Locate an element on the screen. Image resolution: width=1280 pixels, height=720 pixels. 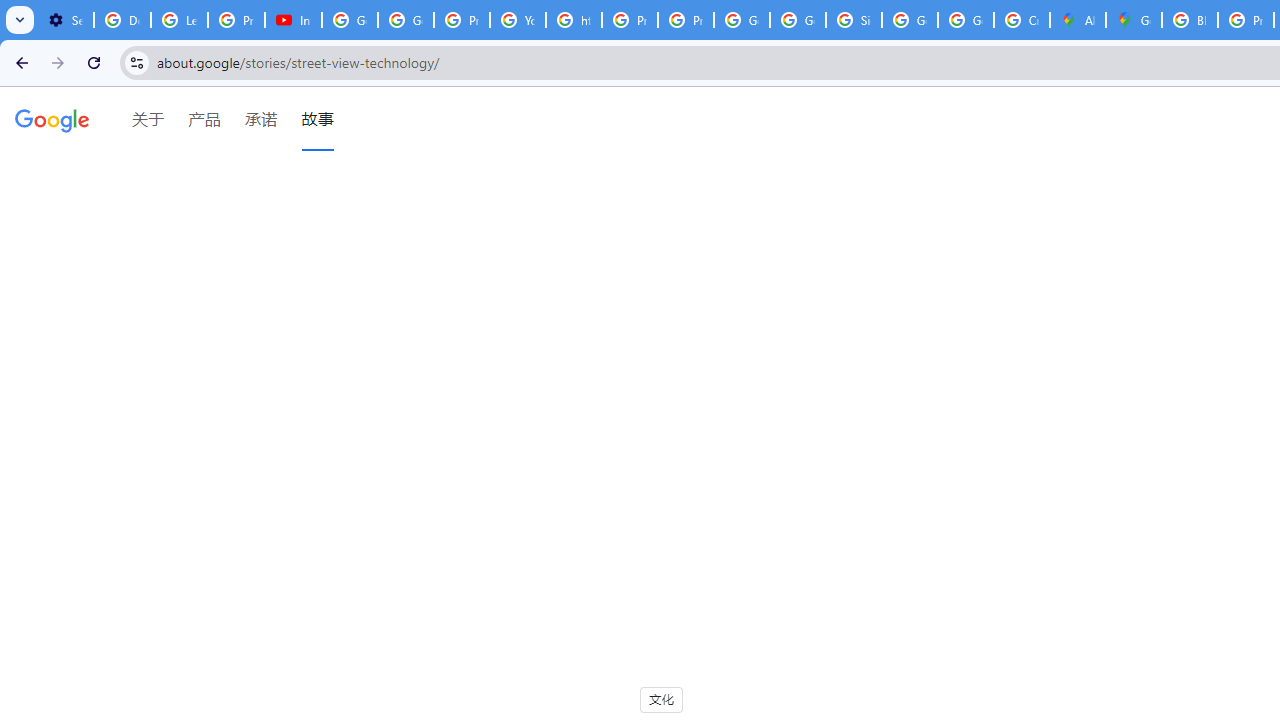
'https://scholar.google.com/' is located at coordinates (573, 20).